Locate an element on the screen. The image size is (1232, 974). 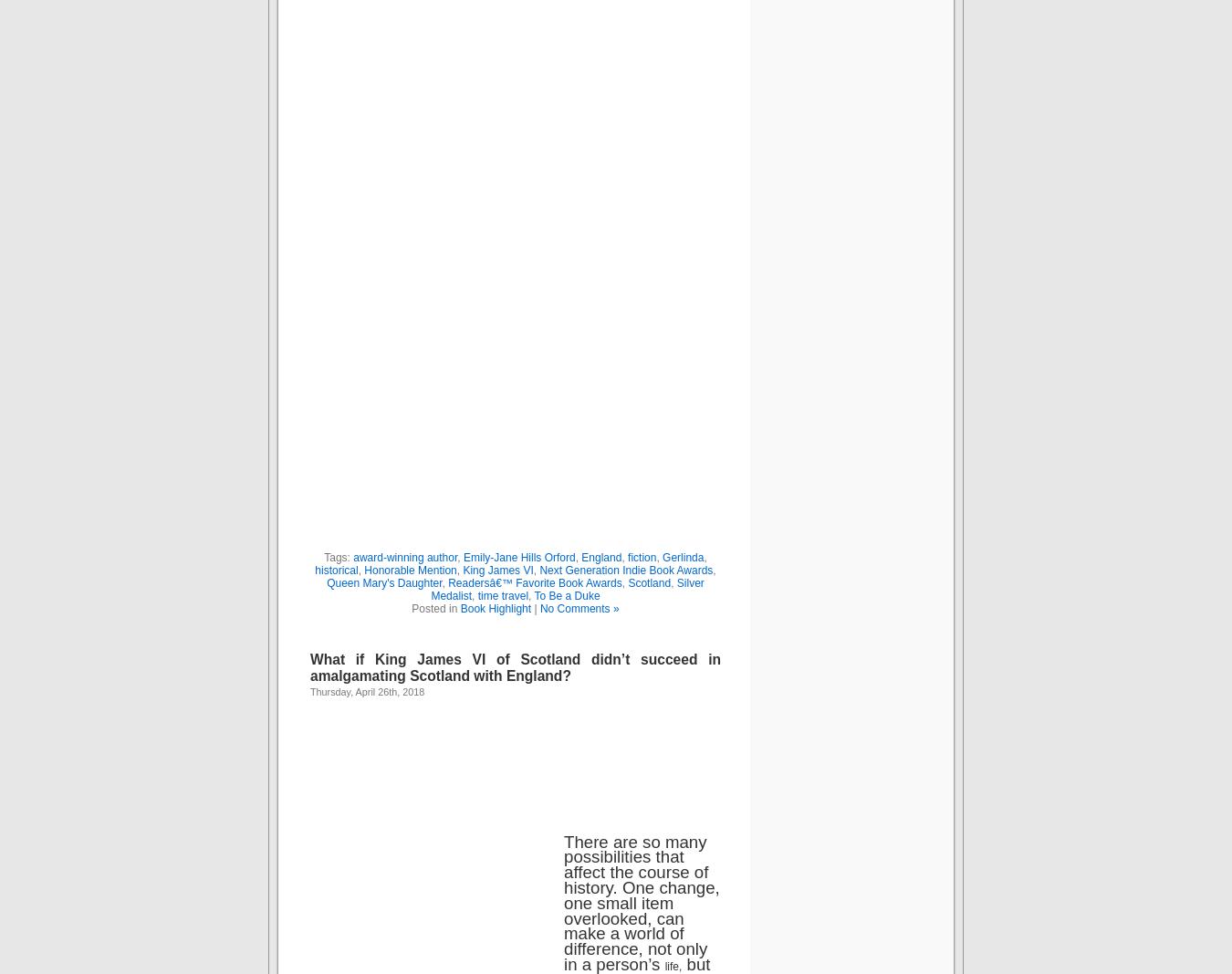
'Gerlinda' is located at coordinates (682, 557).